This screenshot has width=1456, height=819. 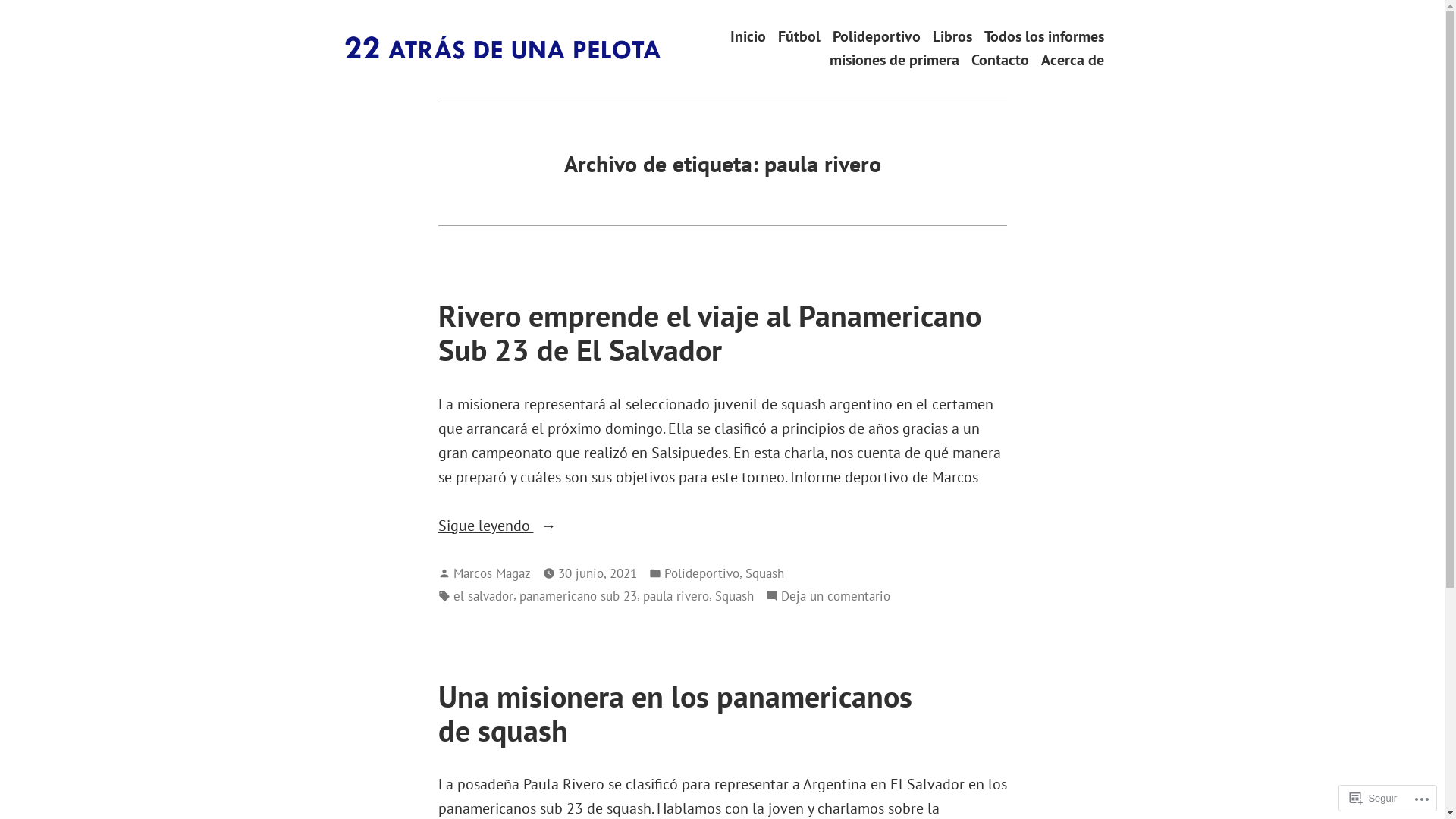 What do you see at coordinates (701, 573) in the screenshot?
I see `'Polideportivo'` at bounding box center [701, 573].